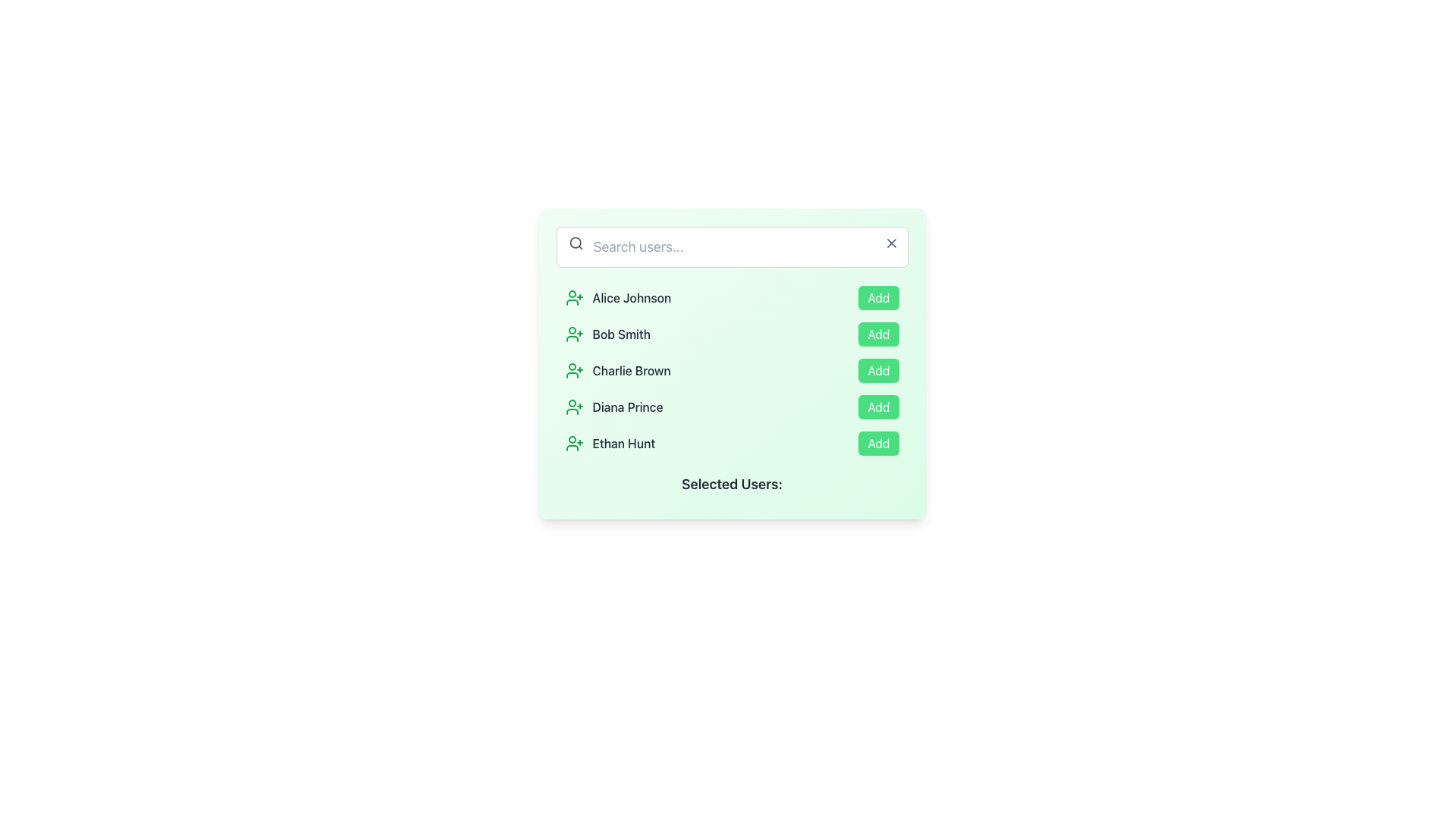  Describe the element at coordinates (732, 298) in the screenshot. I see `the first row of the user list containing 'Alice Johnson' for keyboard interaction` at that location.